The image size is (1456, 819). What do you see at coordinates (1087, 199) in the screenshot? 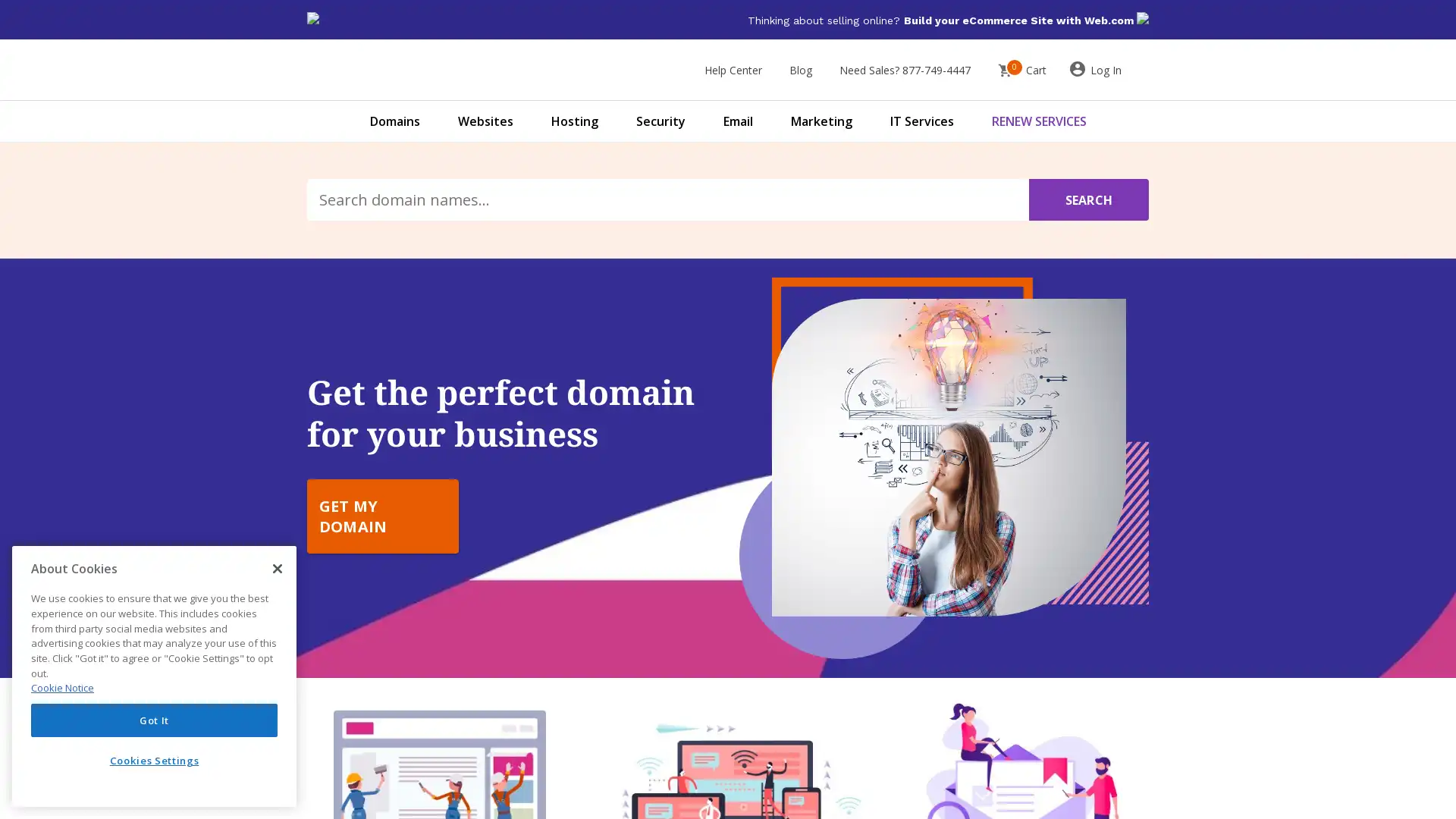
I see `SEARCH` at bounding box center [1087, 199].